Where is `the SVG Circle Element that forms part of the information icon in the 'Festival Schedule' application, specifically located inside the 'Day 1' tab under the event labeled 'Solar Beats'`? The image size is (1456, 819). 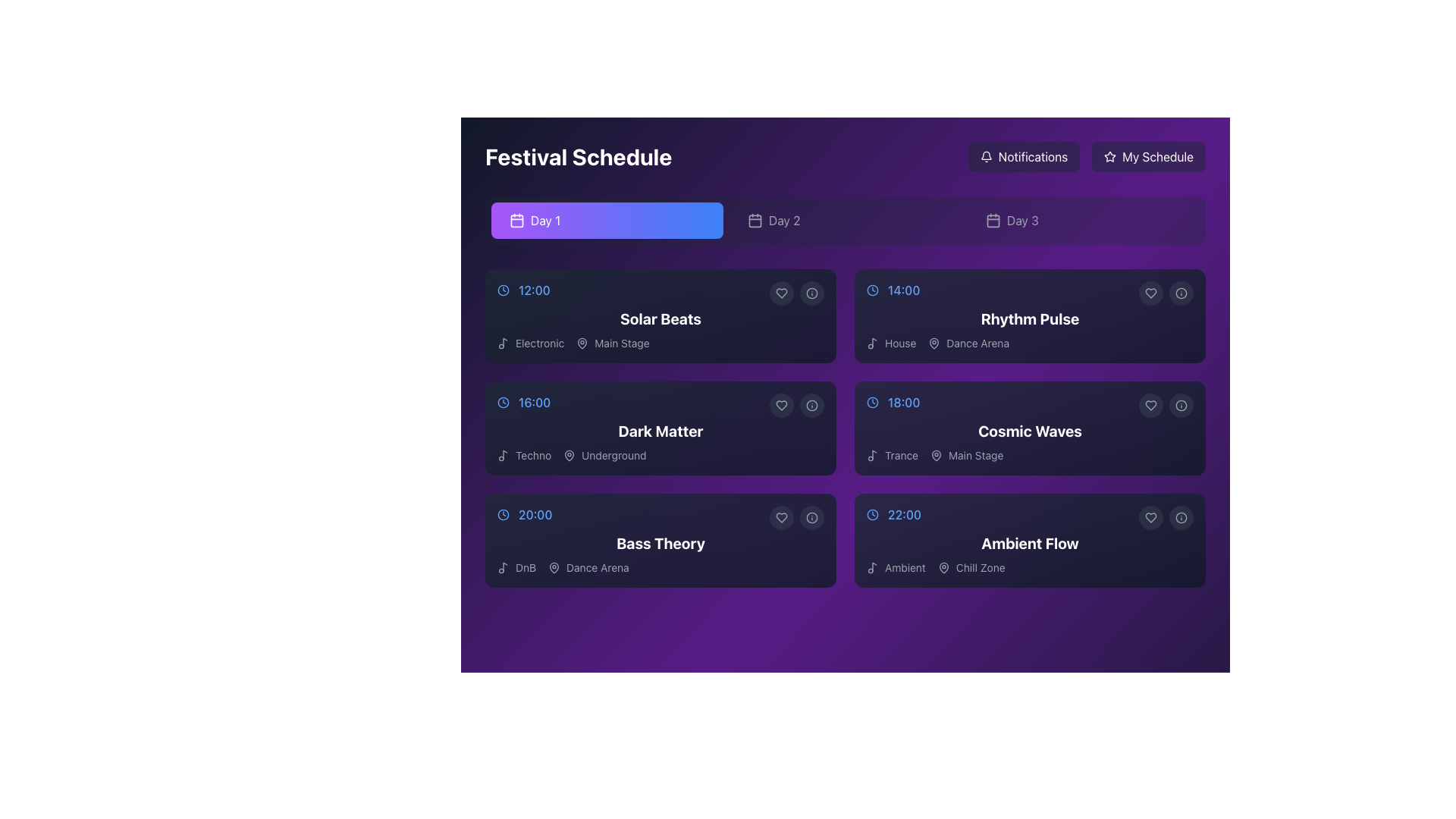
the SVG Circle Element that forms part of the information icon in the 'Festival Schedule' application, specifically located inside the 'Day 1' tab under the event labeled 'Solar Beats' is located at coordinates (811, 293).